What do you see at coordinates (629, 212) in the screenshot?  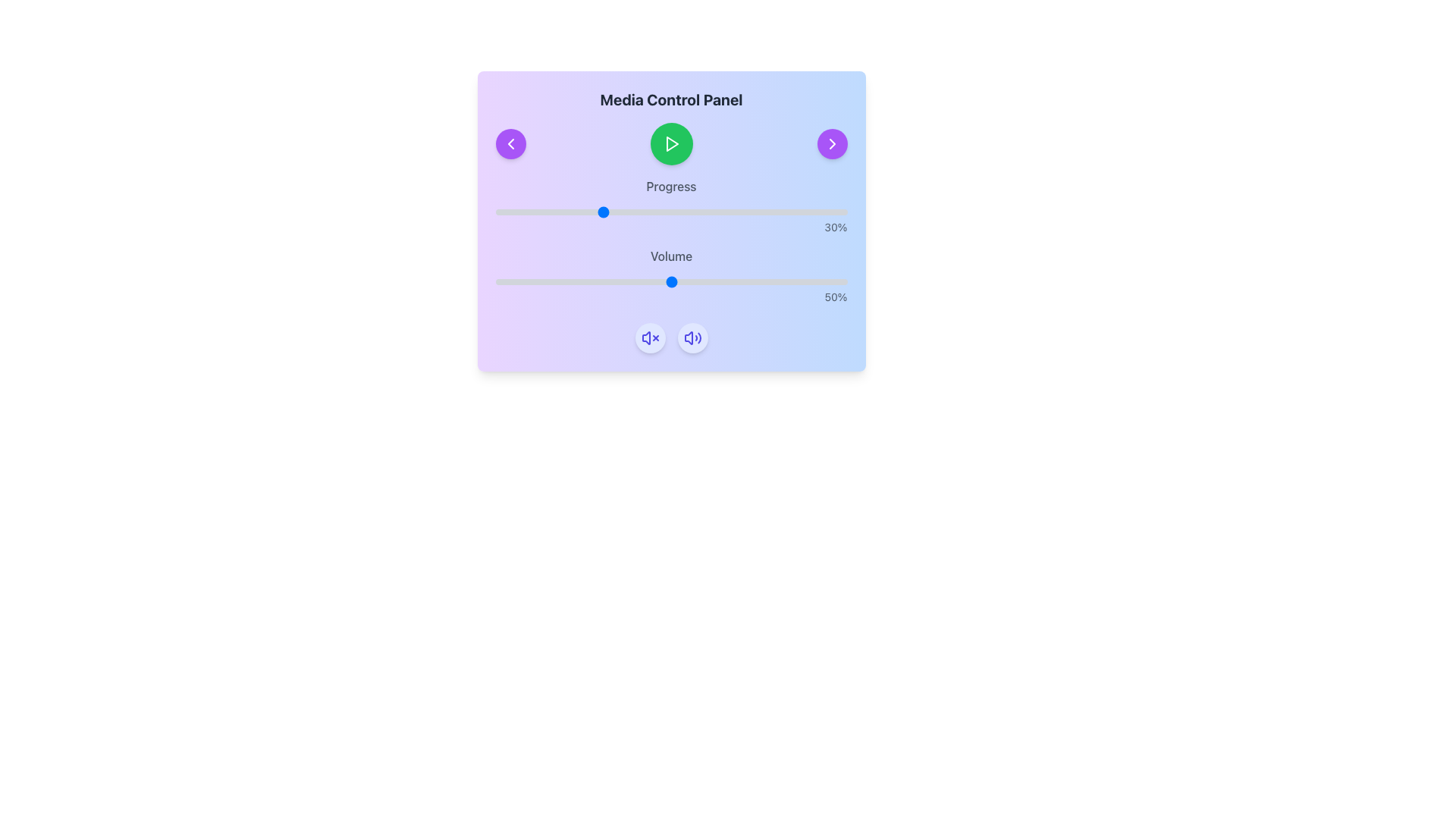 I see `progress` at bounding box center [629, 212].